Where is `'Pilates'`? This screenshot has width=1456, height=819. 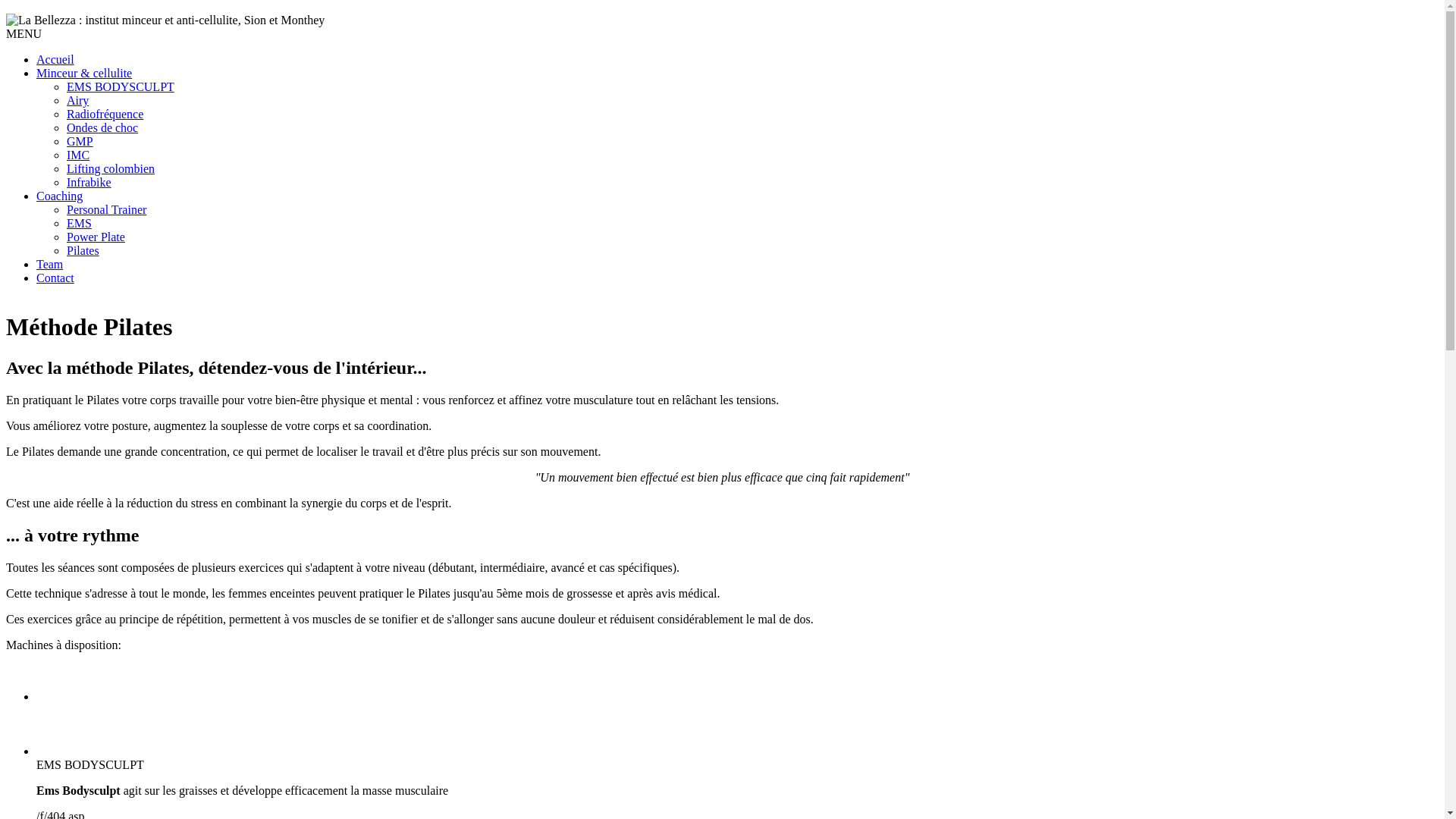 'Pilates' is located at coordinates (82, 249).